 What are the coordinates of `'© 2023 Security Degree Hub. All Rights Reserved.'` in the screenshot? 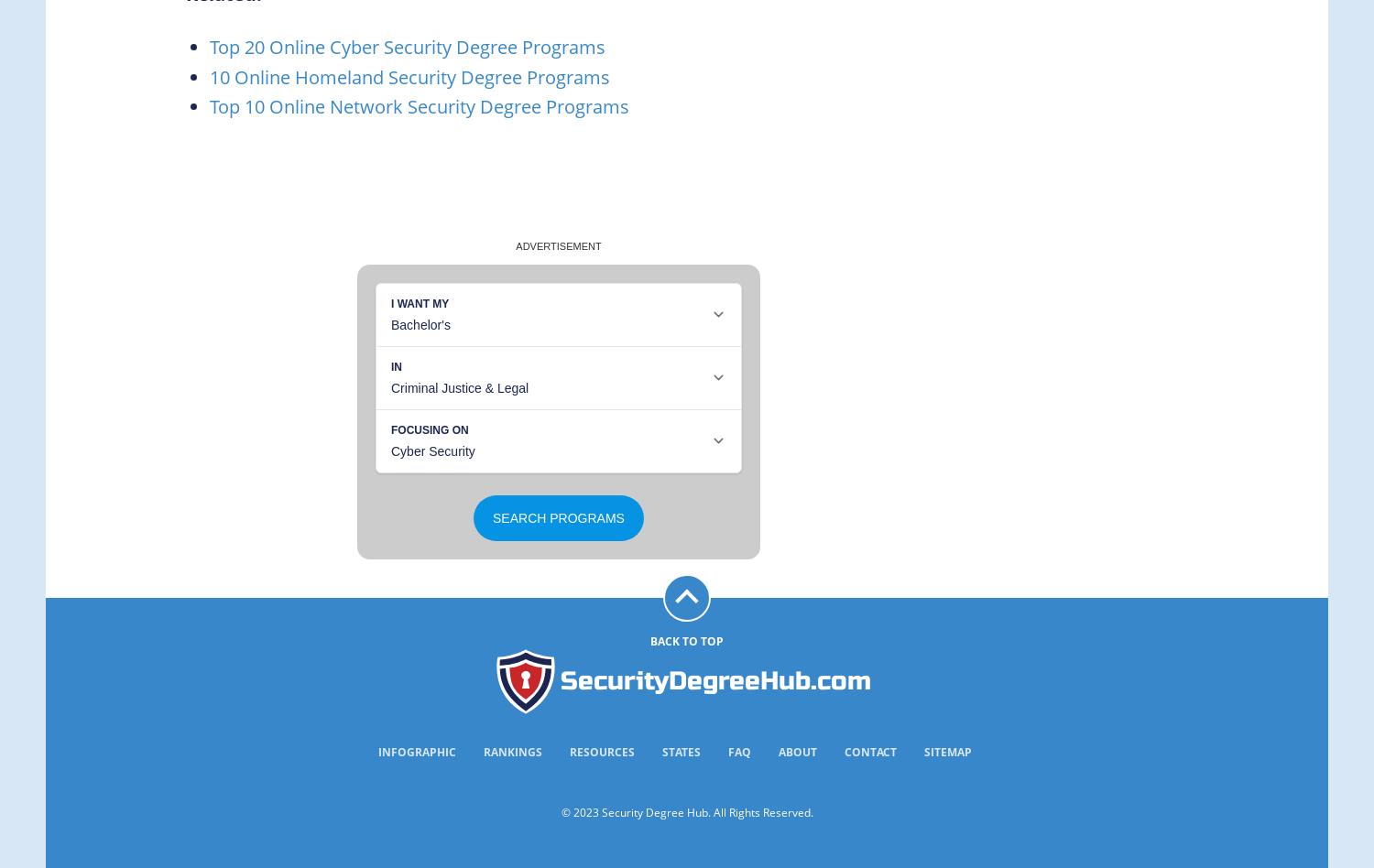 It's located at (560, 810).